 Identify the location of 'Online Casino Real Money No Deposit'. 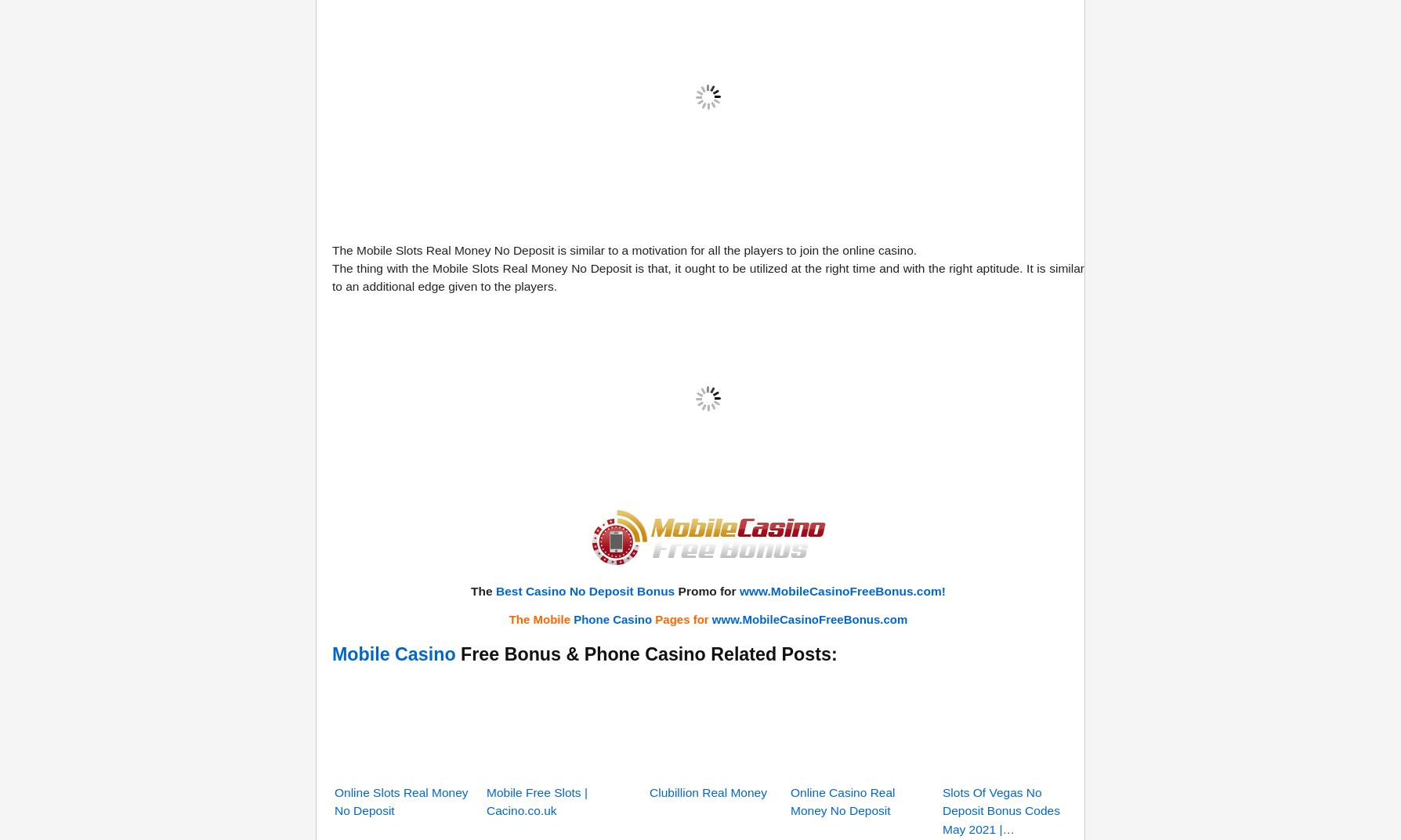
(842, 604).